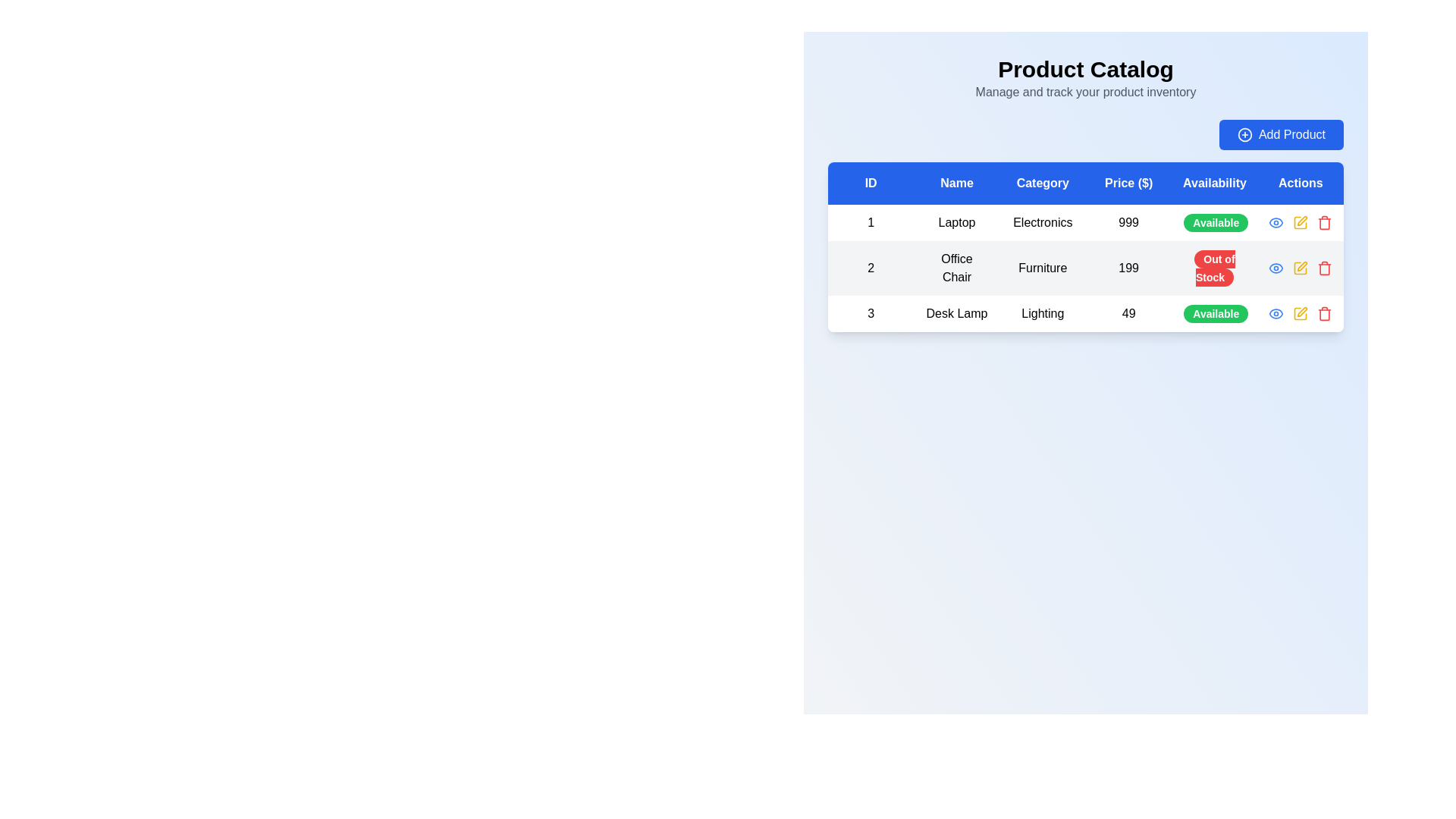 This screenshot has width=1456, height=819. What do you see at coordinates (1215, 312) in the screenshot?
I see `the Status indicator labeled 'Available' in the Availability column of the third row for the product entry 'Desk Lamp'` at bounding box center [1215, 312].